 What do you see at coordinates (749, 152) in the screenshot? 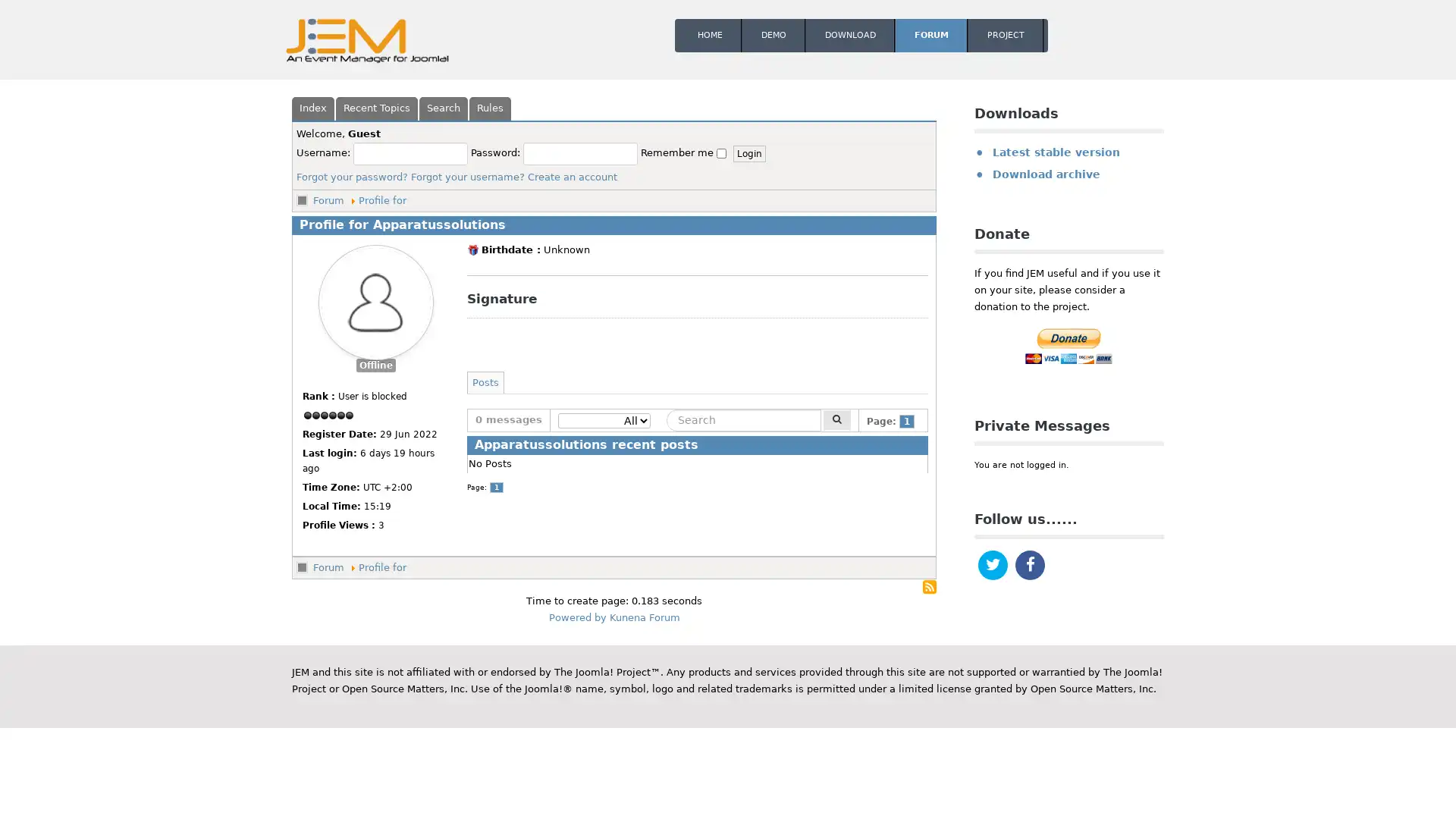
I see `Login` at bounding box center [749, 152].